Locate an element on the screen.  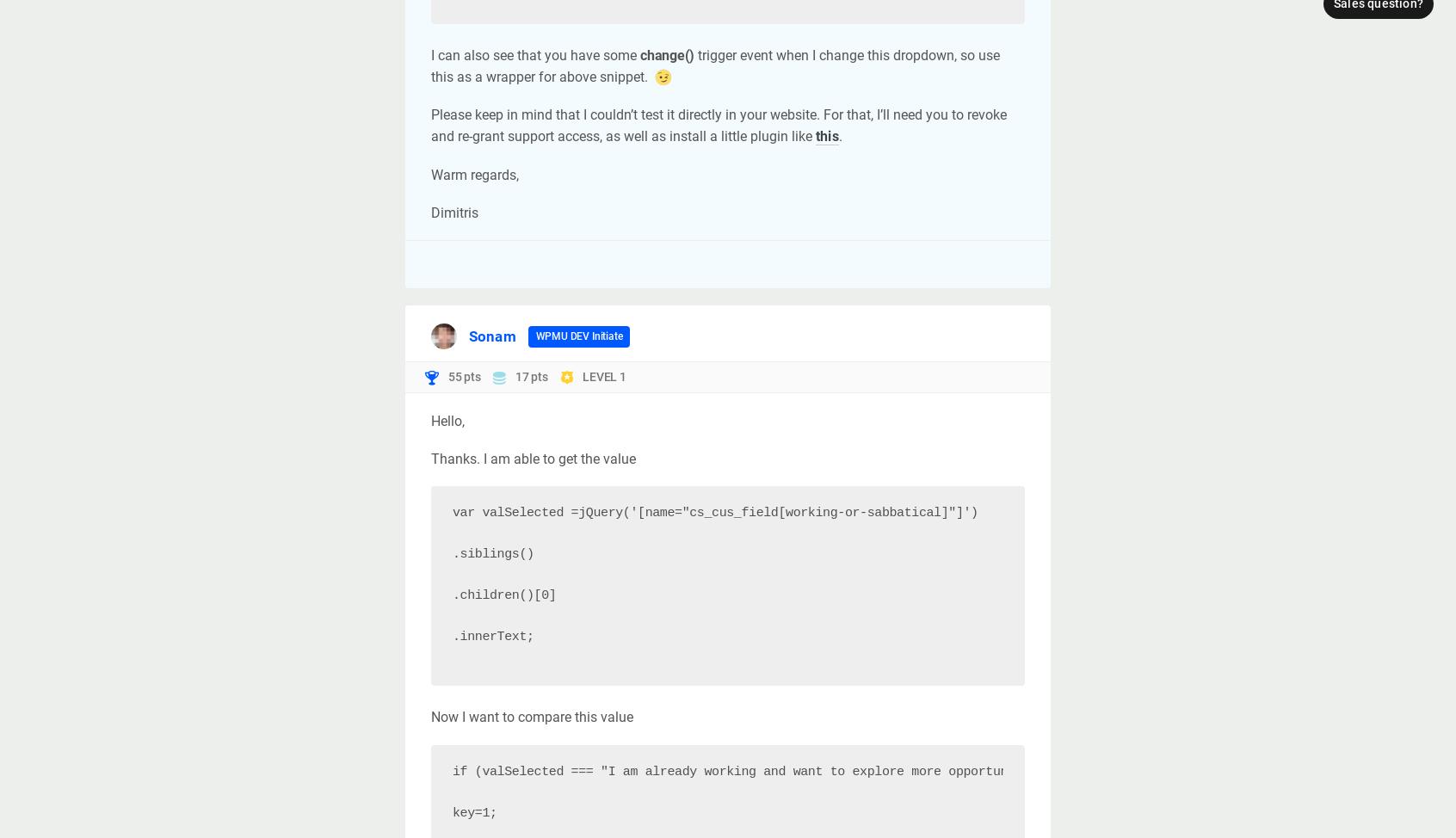
'LEVEL' is located at coordinates (601, 375).